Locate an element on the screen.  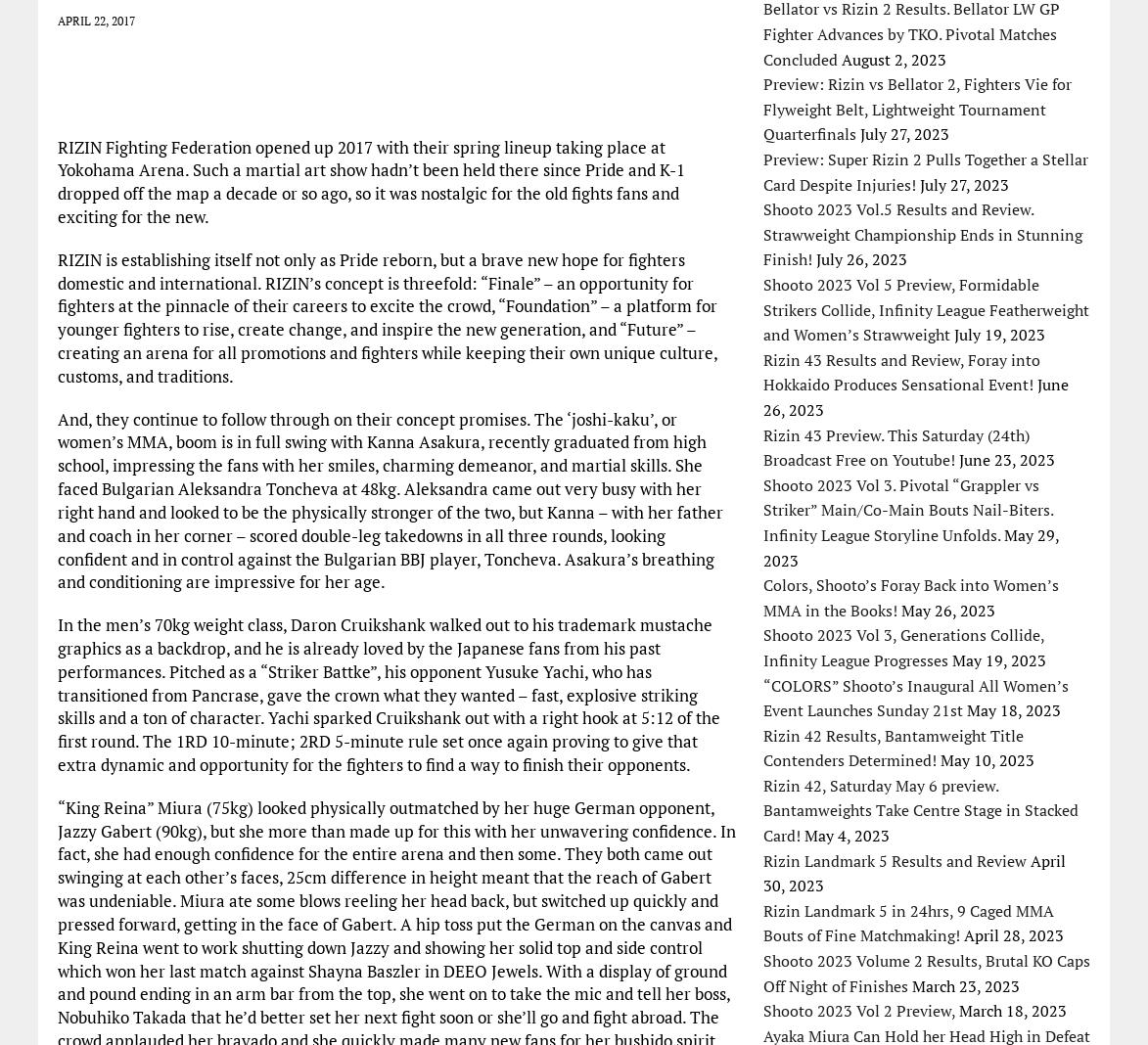
'March 23, 2023' is located at coordinates (964, 985).